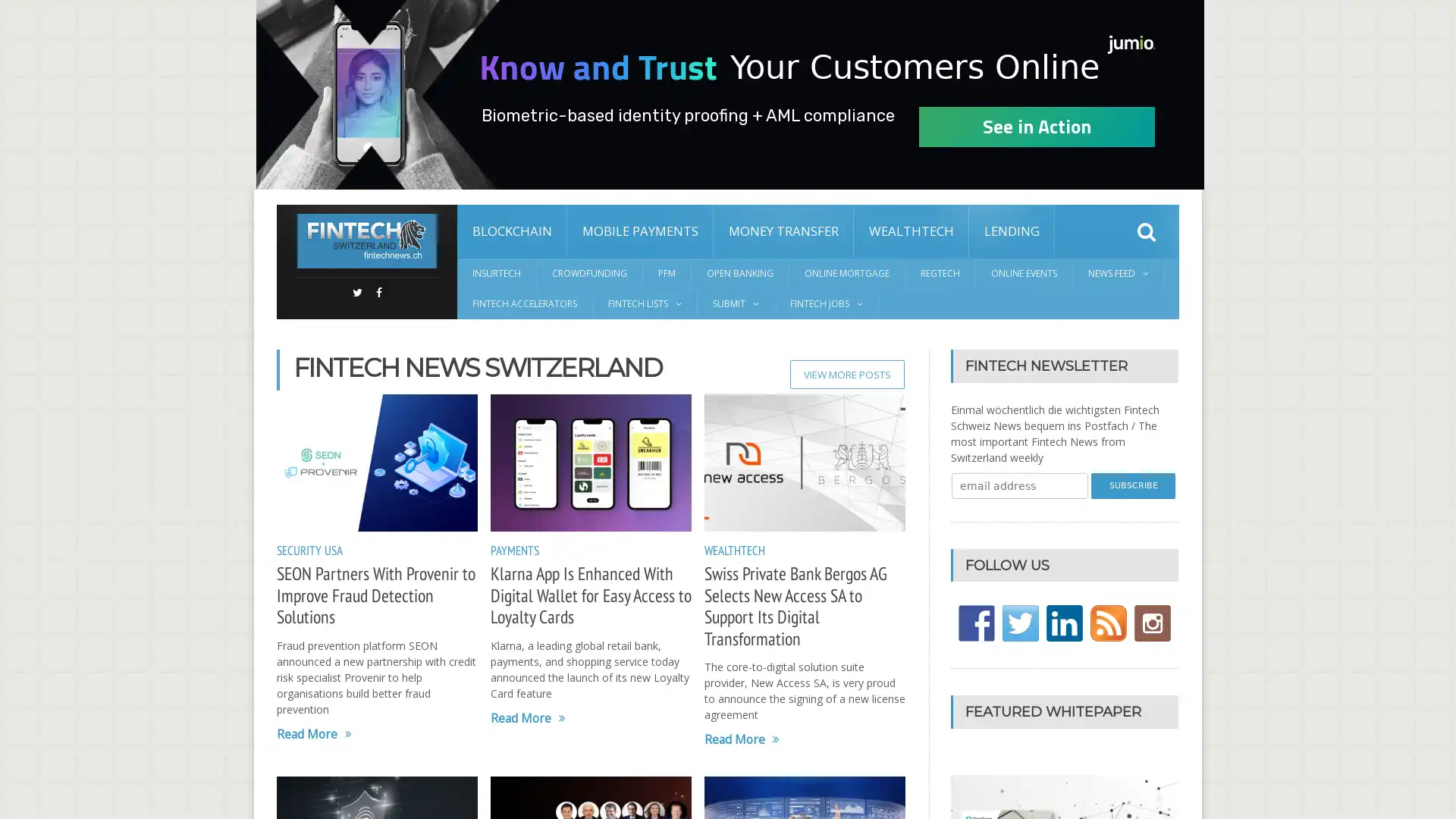  What do you see at coordinates (1133, 485) in the screenshot?
I see `Subscribe` at bounding box center [1133, 485].